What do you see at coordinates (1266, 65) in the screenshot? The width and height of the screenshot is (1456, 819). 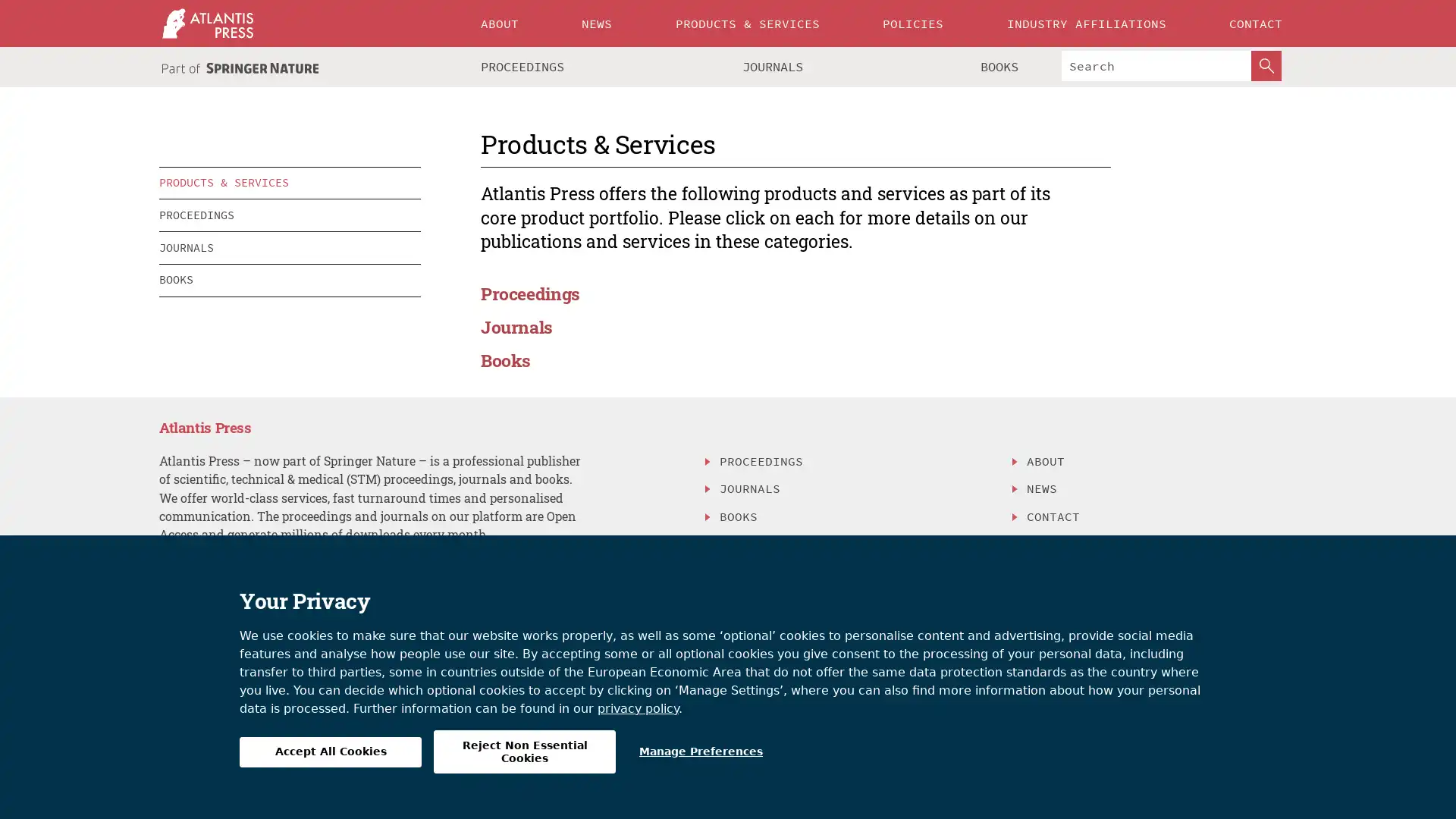 I see `SearchButton` at bounding box center [1266, 65].